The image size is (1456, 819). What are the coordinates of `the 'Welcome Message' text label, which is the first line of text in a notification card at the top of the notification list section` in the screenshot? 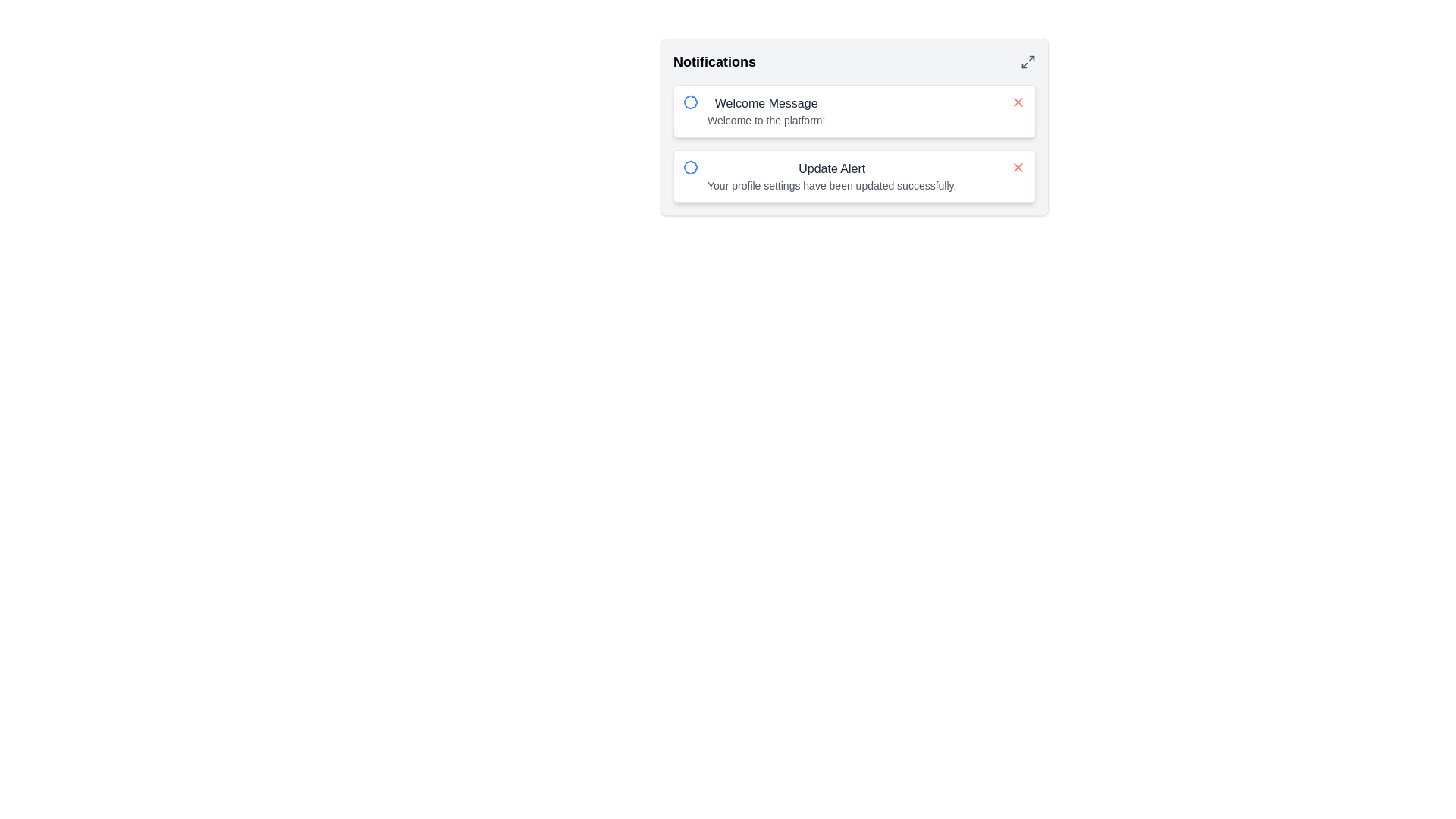 It's located at (766, 103).